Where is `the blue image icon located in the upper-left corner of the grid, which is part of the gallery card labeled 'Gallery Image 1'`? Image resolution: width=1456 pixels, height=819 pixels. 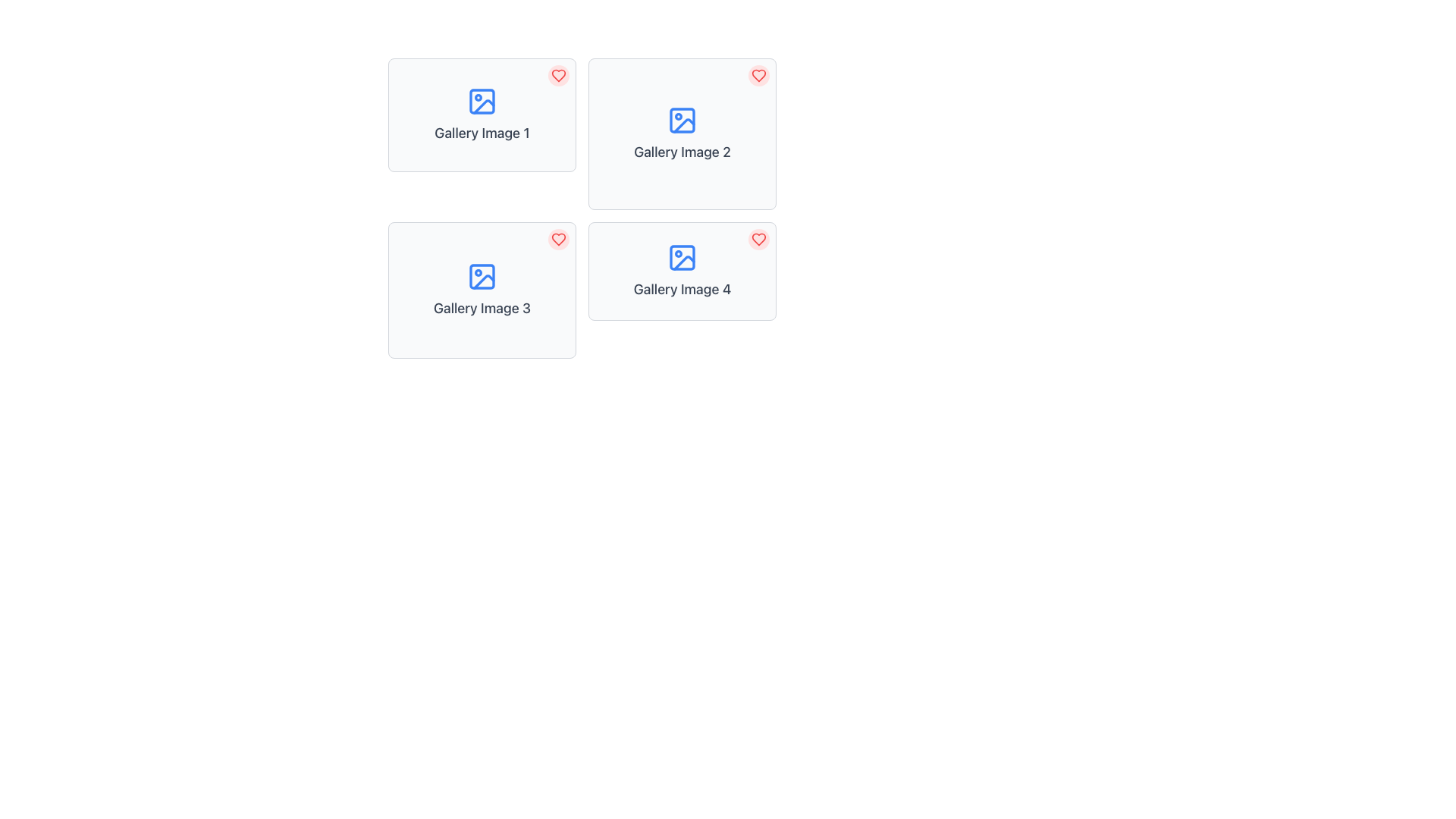
the blue image icon located in the upper-left corner of the grid, which is part of the gallery card labeled 'Gallery Image 1' is located at coordinates (481, 102).